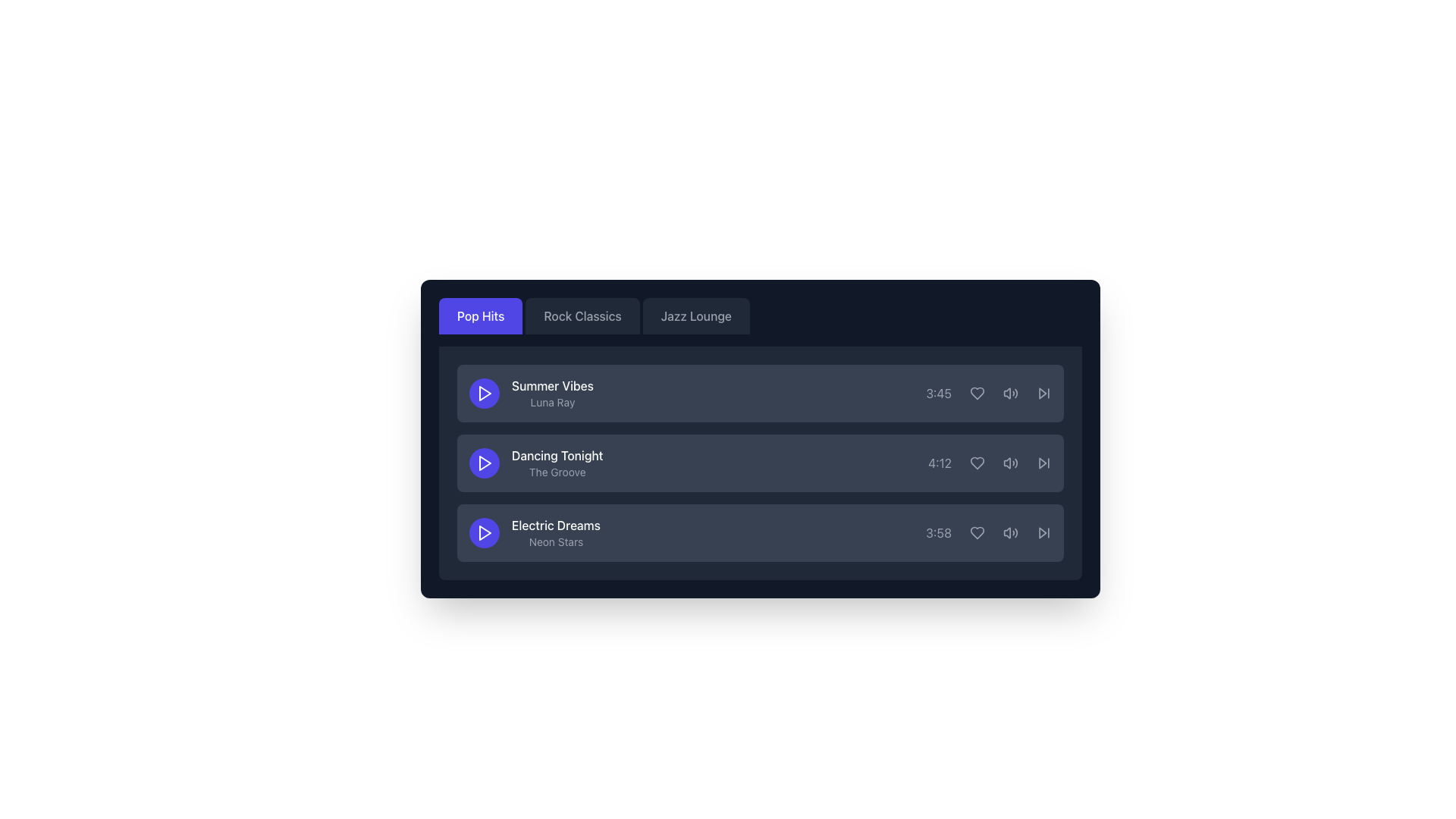  What do you see at coordinates (1007, 462) in the screenshot?
I see `the leftmost segment of the volume control icon for the second song, which represents the first level of volume or a muted state` at bounding box center [1007, 462].